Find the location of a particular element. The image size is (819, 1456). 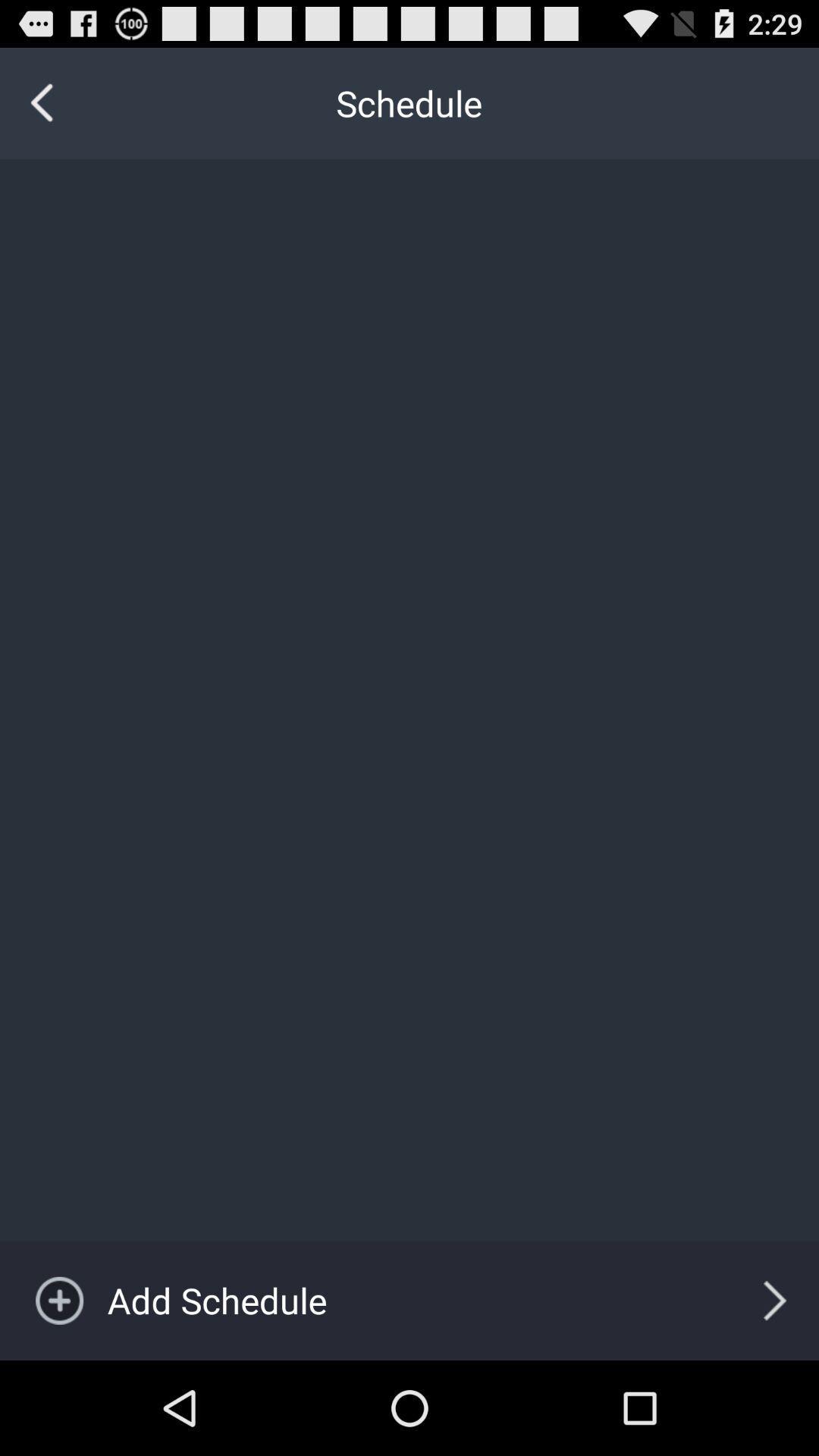

the icon to the left of the schedule icon is located at coordinates (42, 102).